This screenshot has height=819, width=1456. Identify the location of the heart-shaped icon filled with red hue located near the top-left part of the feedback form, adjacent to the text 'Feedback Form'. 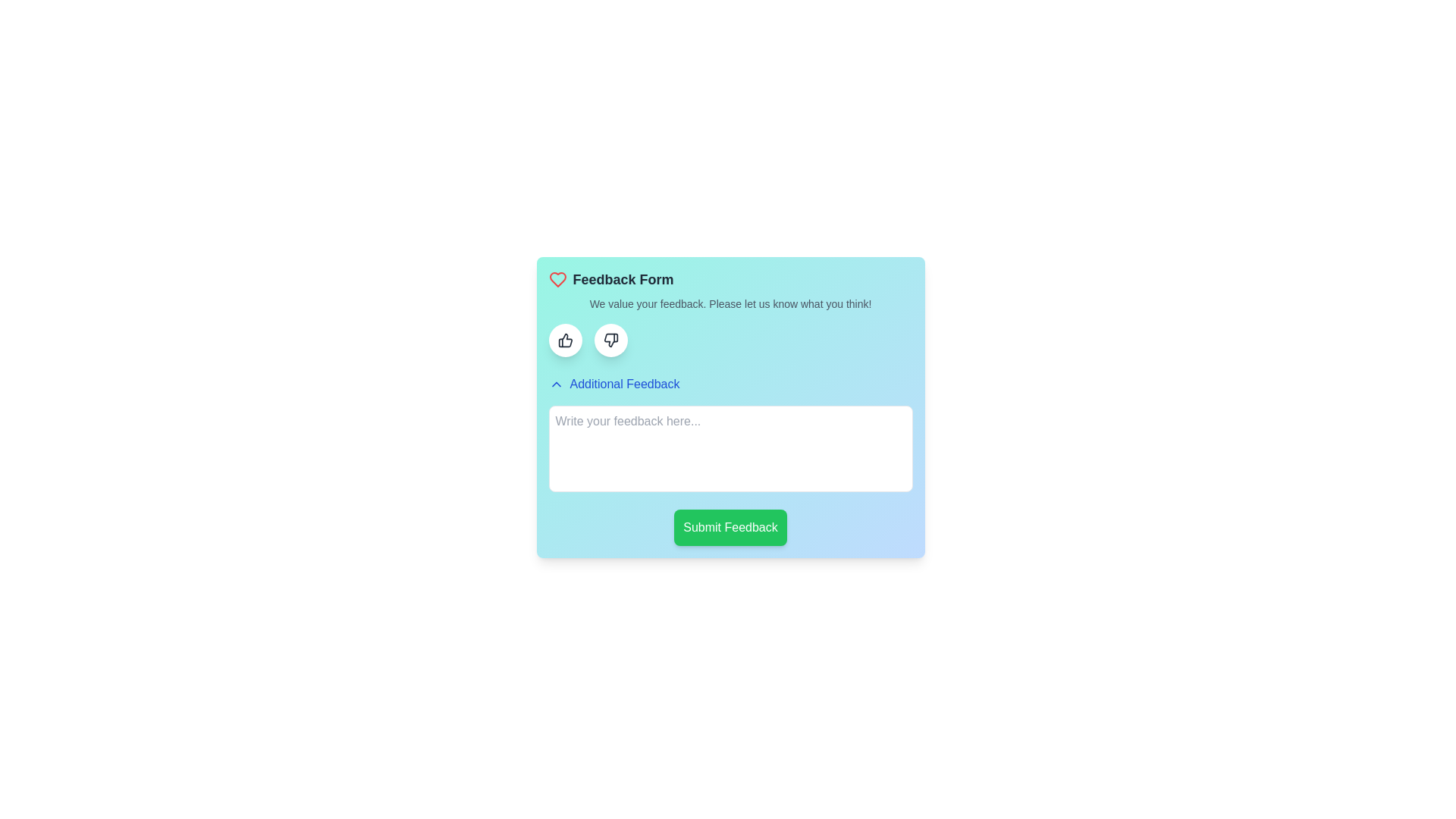
(557, 280).